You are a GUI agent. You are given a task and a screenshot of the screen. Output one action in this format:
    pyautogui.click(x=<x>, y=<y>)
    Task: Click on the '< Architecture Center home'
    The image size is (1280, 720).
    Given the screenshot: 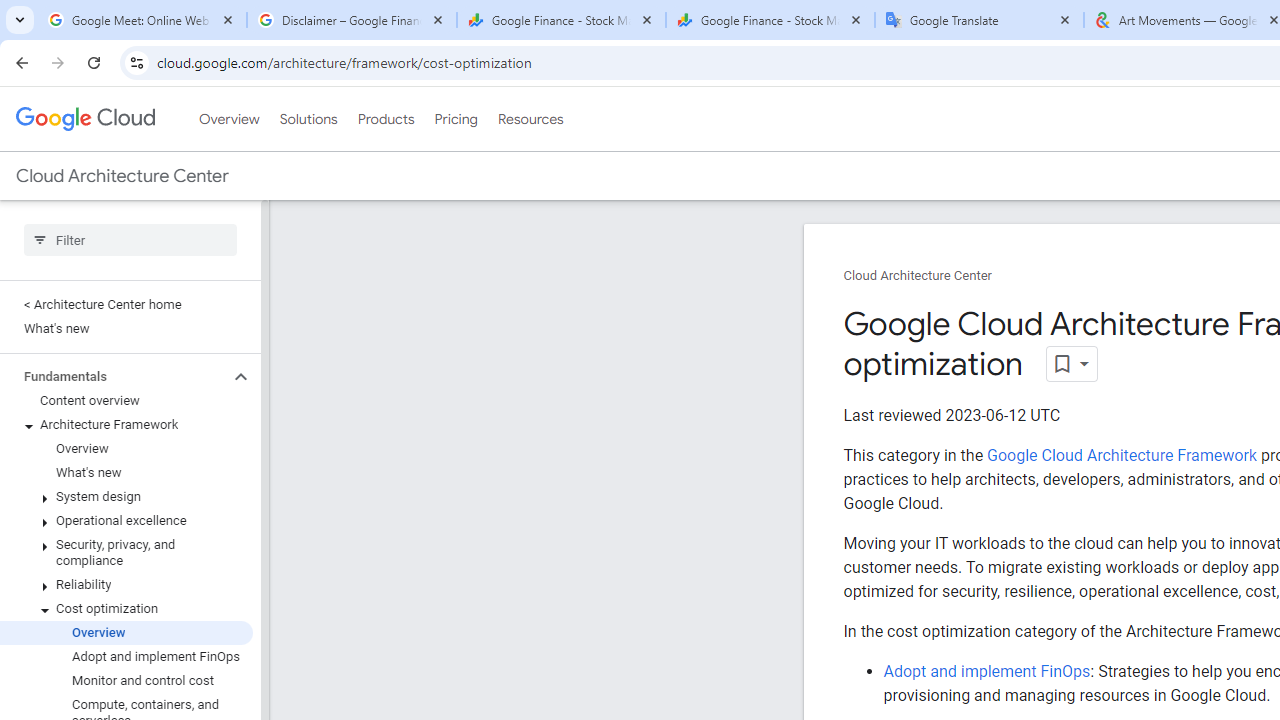 What is the action you would take?
    pyautogui.click(x=125, y=304)
    